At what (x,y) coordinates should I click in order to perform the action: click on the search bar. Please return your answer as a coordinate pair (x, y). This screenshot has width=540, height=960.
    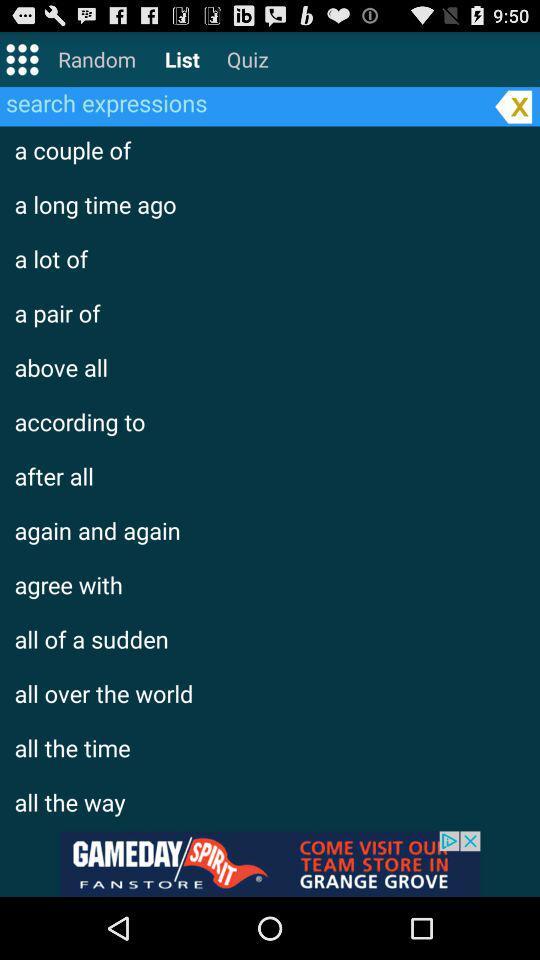
    Looking at the image, I should click on (513, 106).